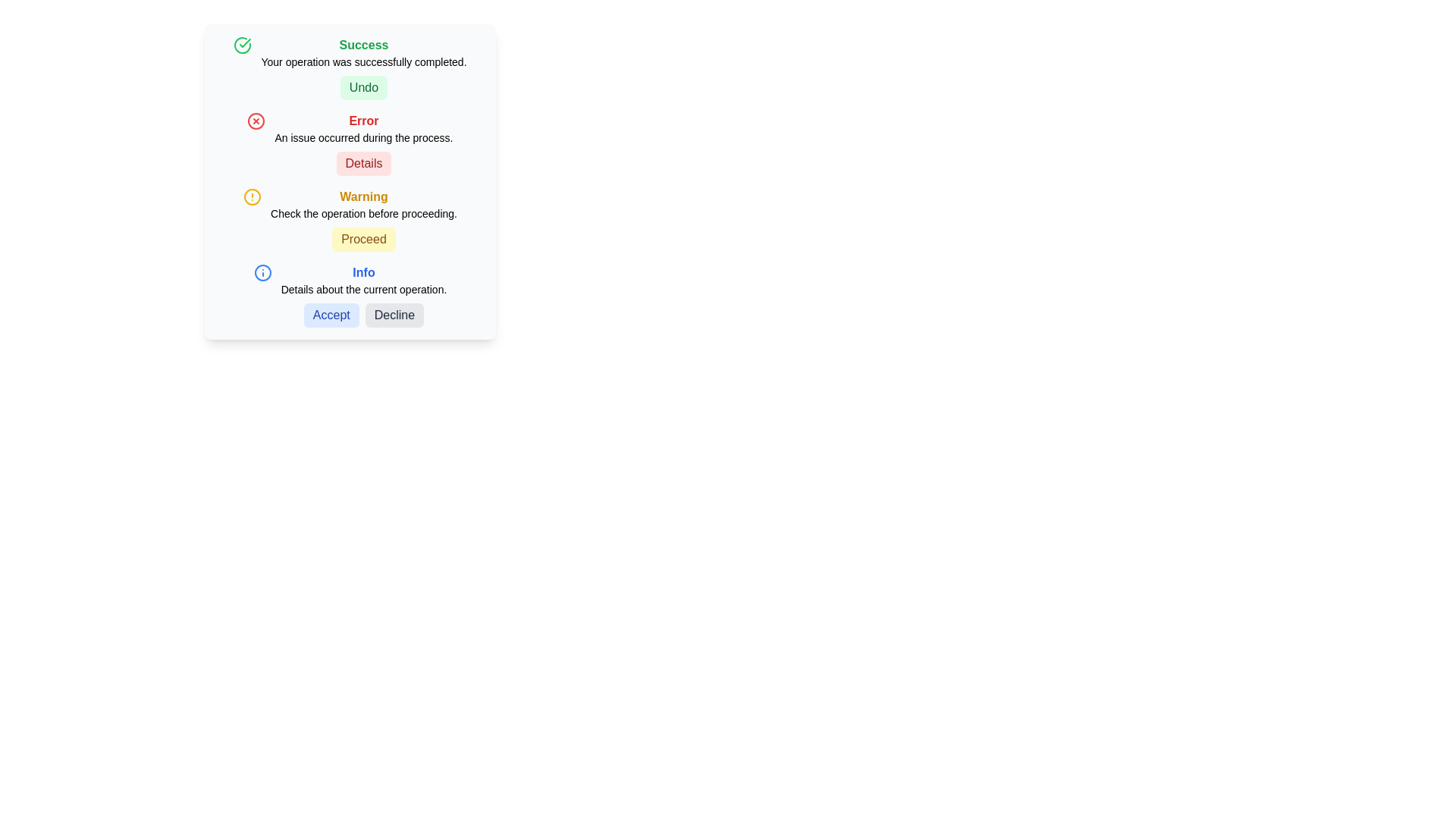 This screenshot has height=819, width=1456. I want to click on the button located in the bottom warning section of the interface, so click(364, 239).